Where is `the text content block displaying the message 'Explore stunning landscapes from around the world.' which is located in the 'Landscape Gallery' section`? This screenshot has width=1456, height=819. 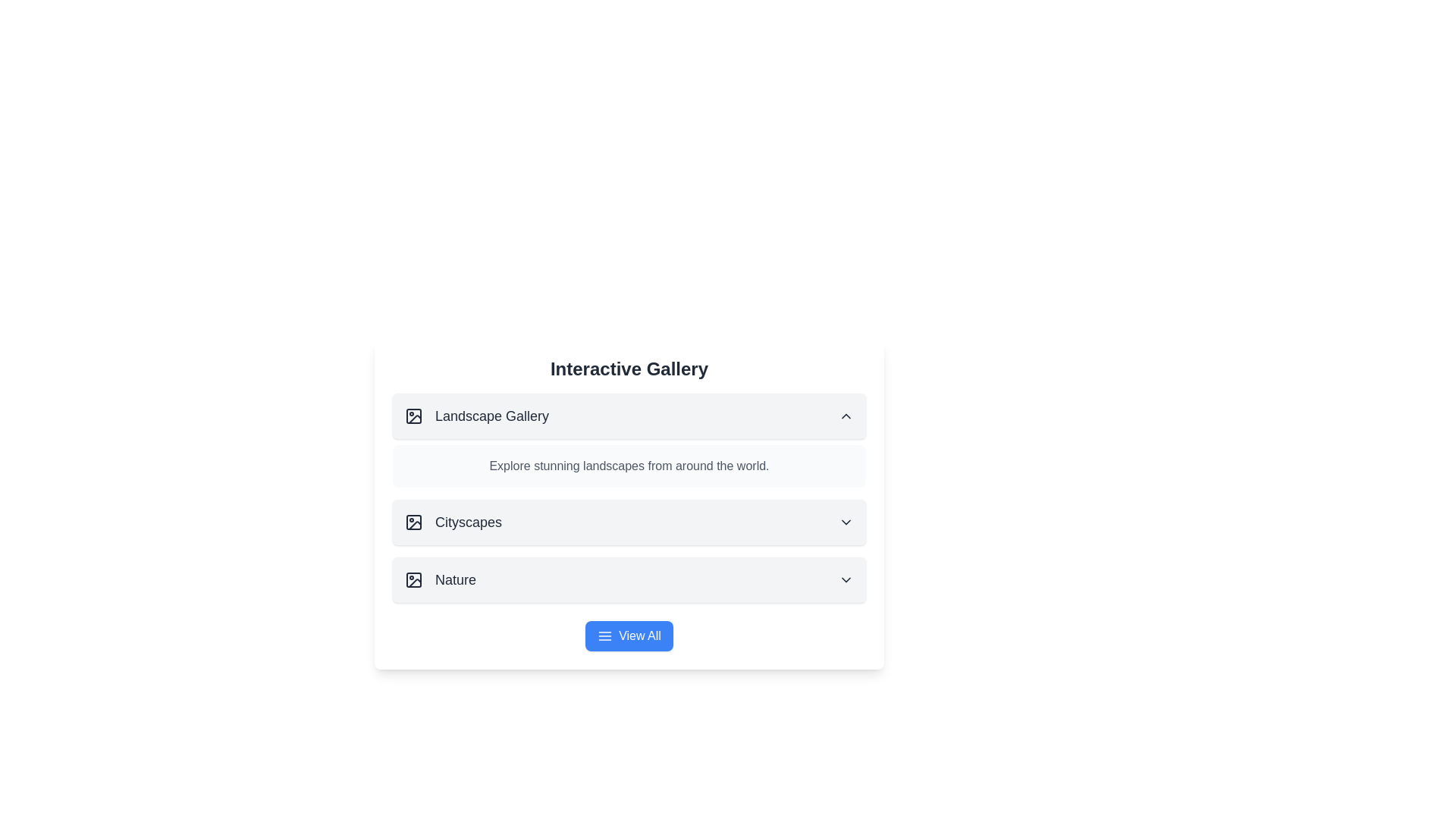
the text content block displaying the message 'Explore stunning landscapes from around the world.' which is located in the 'Landscape Gallery' section is located at coordinates (629, 465).